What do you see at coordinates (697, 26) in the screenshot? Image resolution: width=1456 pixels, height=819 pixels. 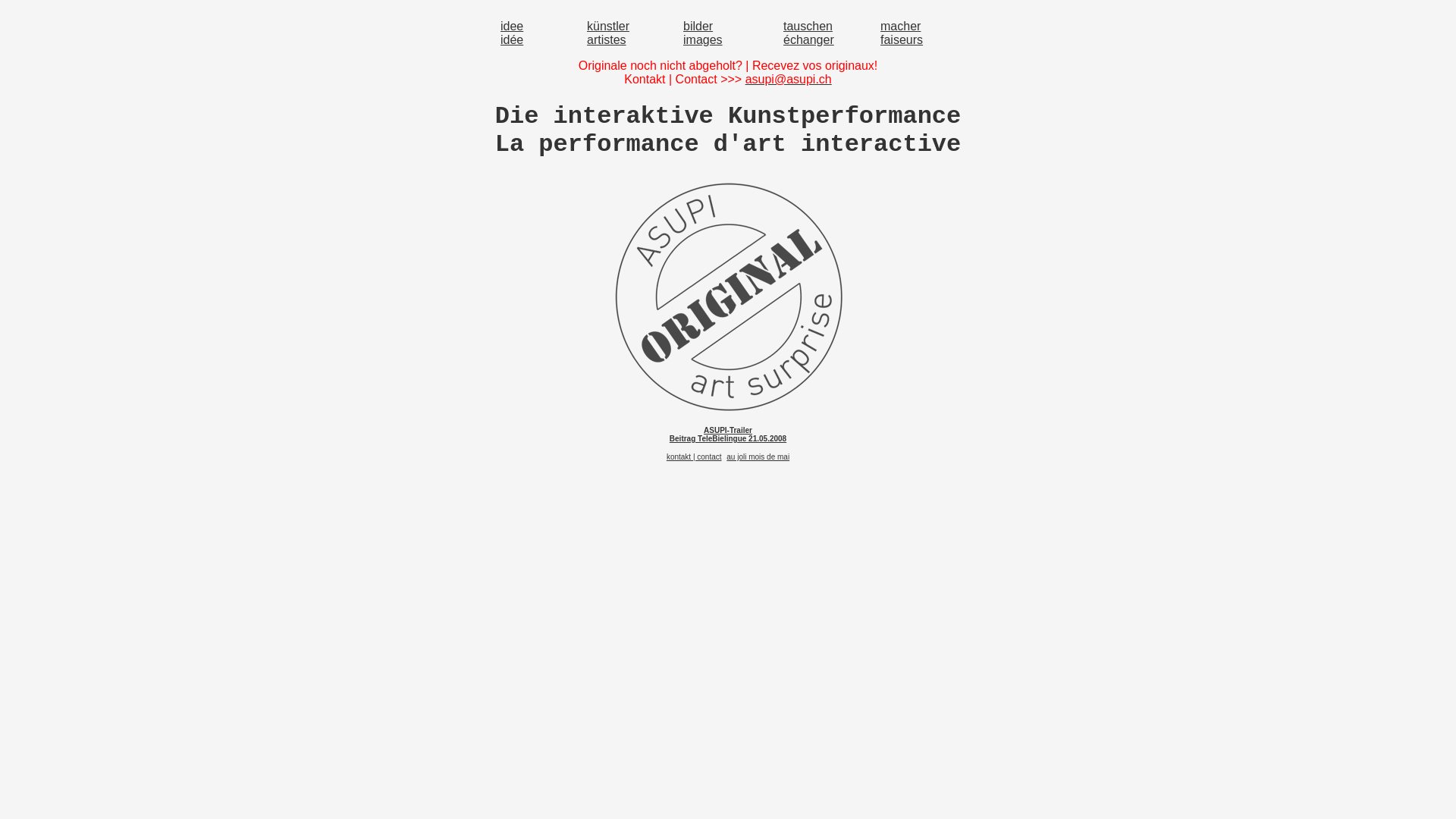 I see `'bilder'` at bounding box center [697, 26].